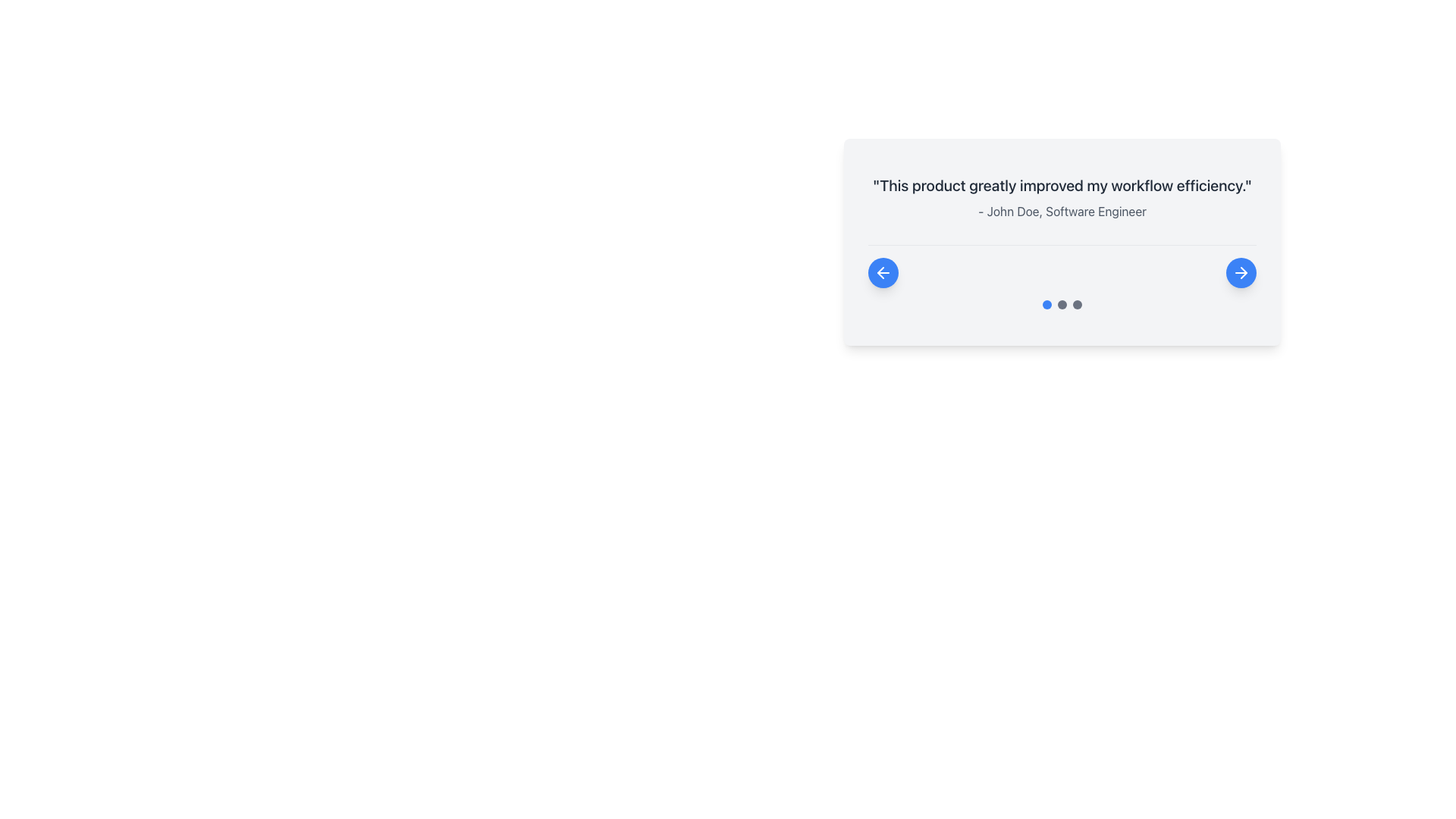 The image size is (1456, 819). What do you see at coordinates (1062, 304) in the screenshot?
I see `the second circular navigation indicator located centrally below the testimonial section` at bounding box center [1062, 304].